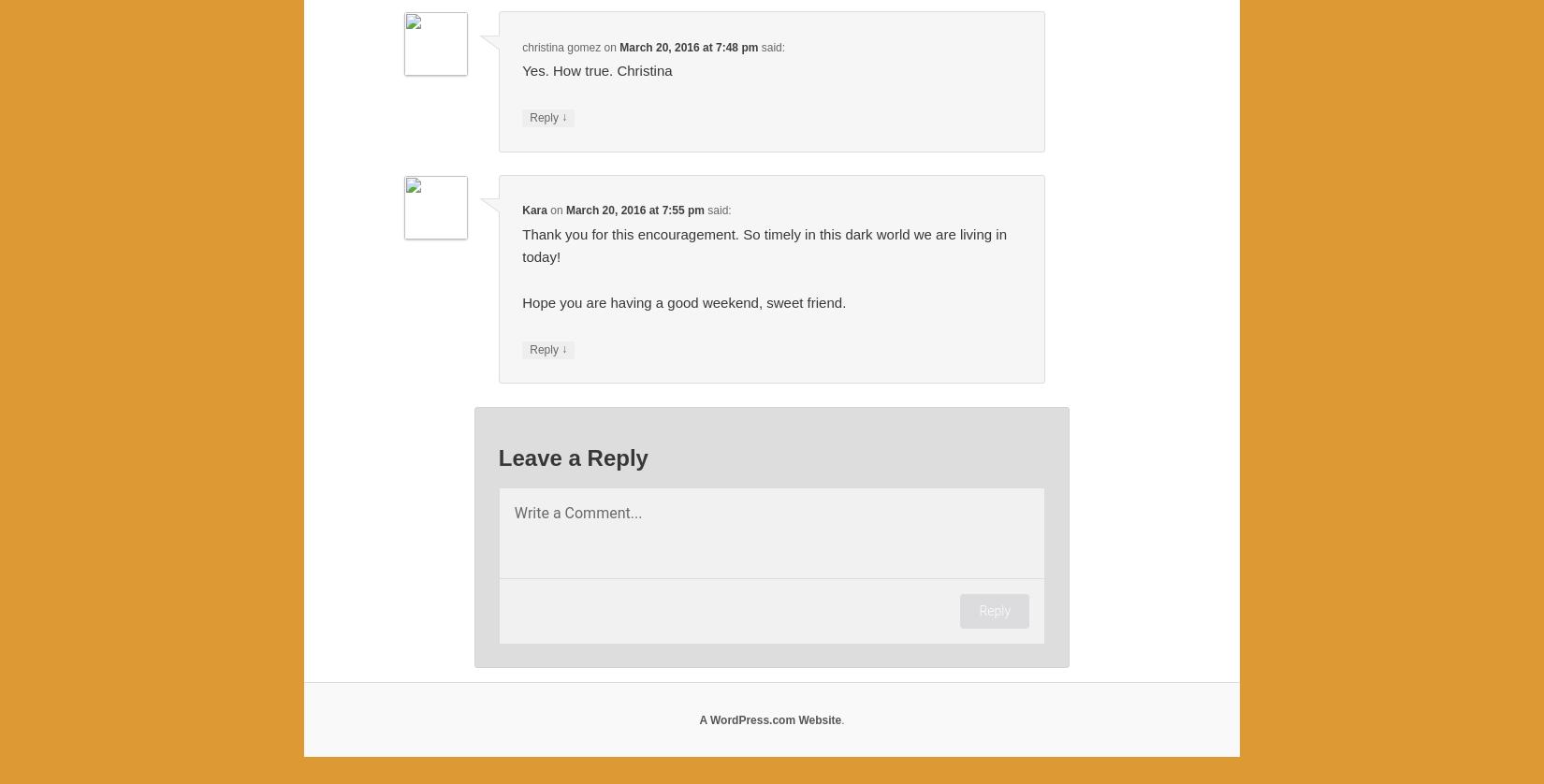 The image size is (1544, 784). I want to click on 'March 20, 2016 at 7:48 pm', so click(688, 47).